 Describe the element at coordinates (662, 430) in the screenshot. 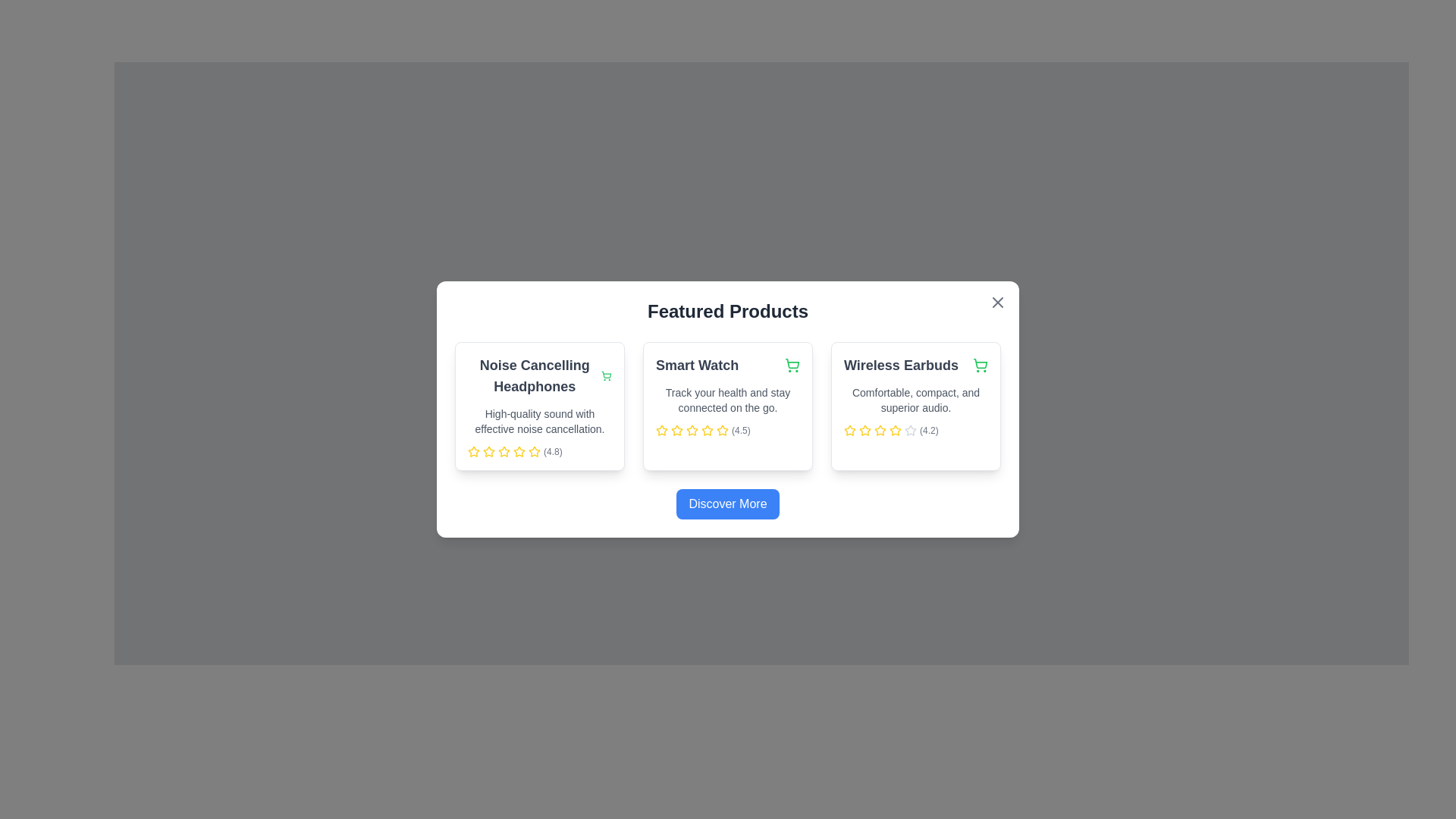

I see `the second yellow star-shaped Rating Star Icon in the rating section of the middle 'Smart Watch' product card` at that location.